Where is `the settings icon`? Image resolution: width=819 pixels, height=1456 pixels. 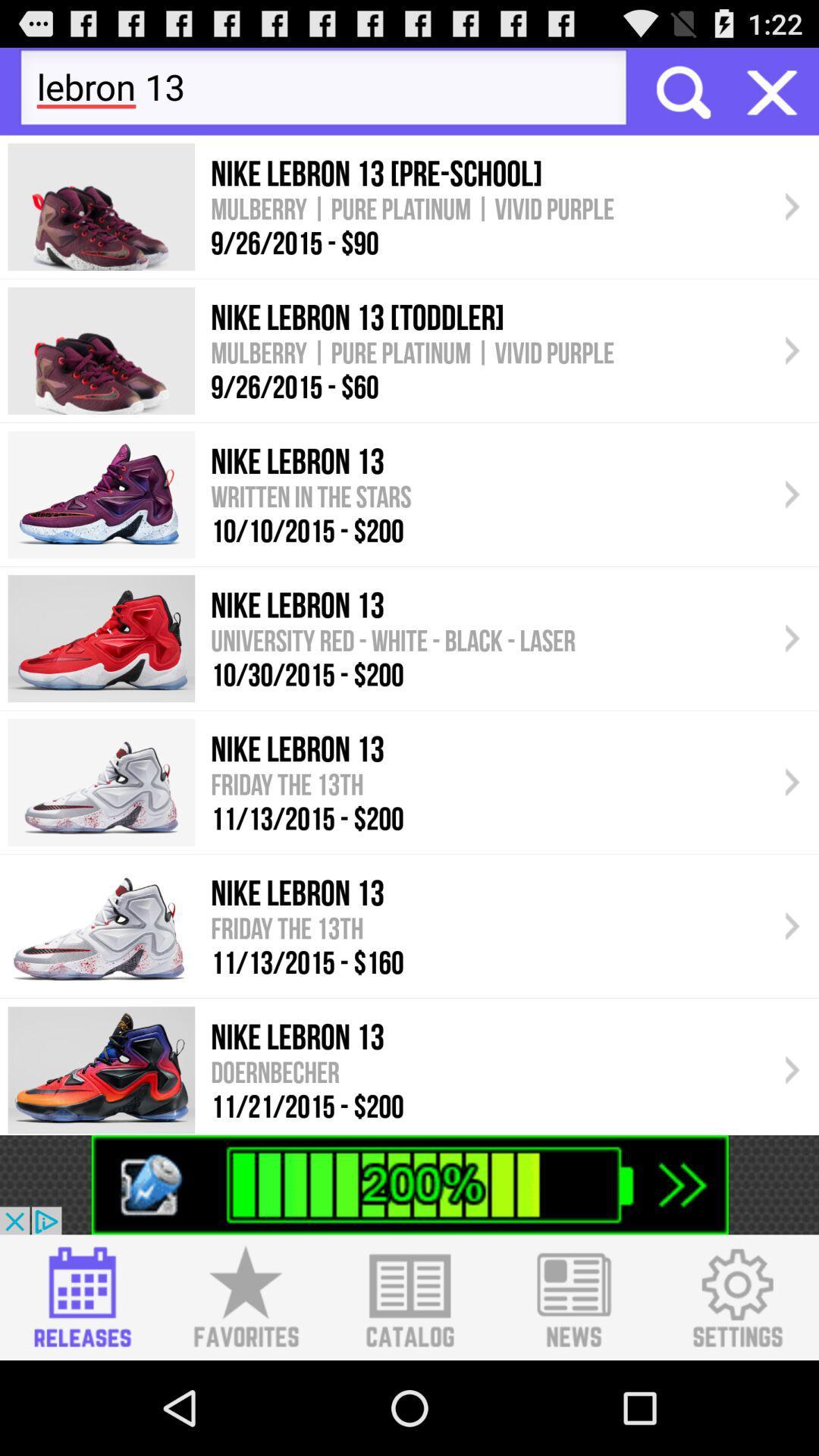 the settings icon is located at coordinates (736, 1389).